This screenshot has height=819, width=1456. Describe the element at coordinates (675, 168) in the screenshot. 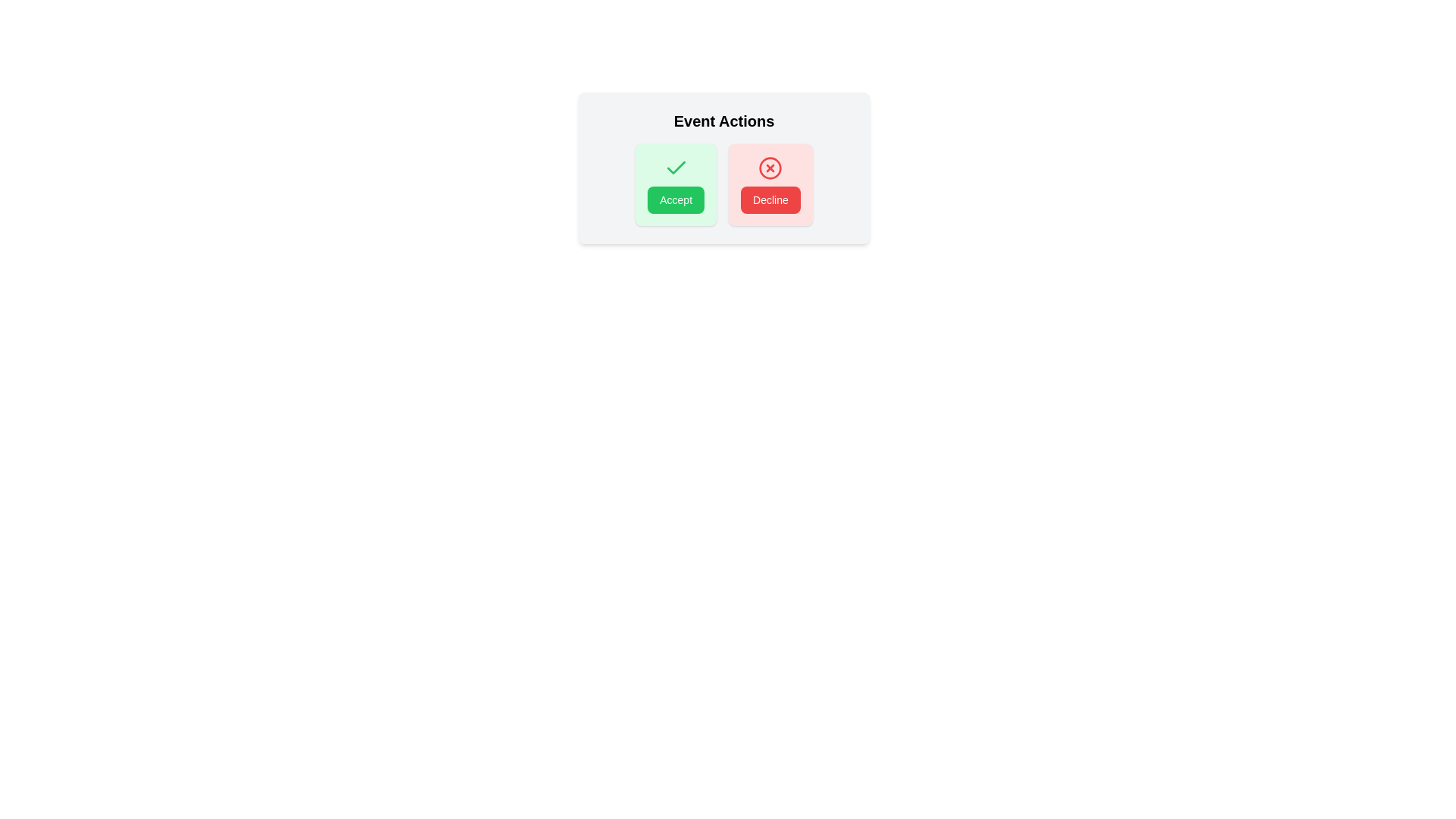

I see `the positive action confirmation icon located within the green 'Accept' button on the left side of the two-button group under the 'Event Actions' title` at that location.